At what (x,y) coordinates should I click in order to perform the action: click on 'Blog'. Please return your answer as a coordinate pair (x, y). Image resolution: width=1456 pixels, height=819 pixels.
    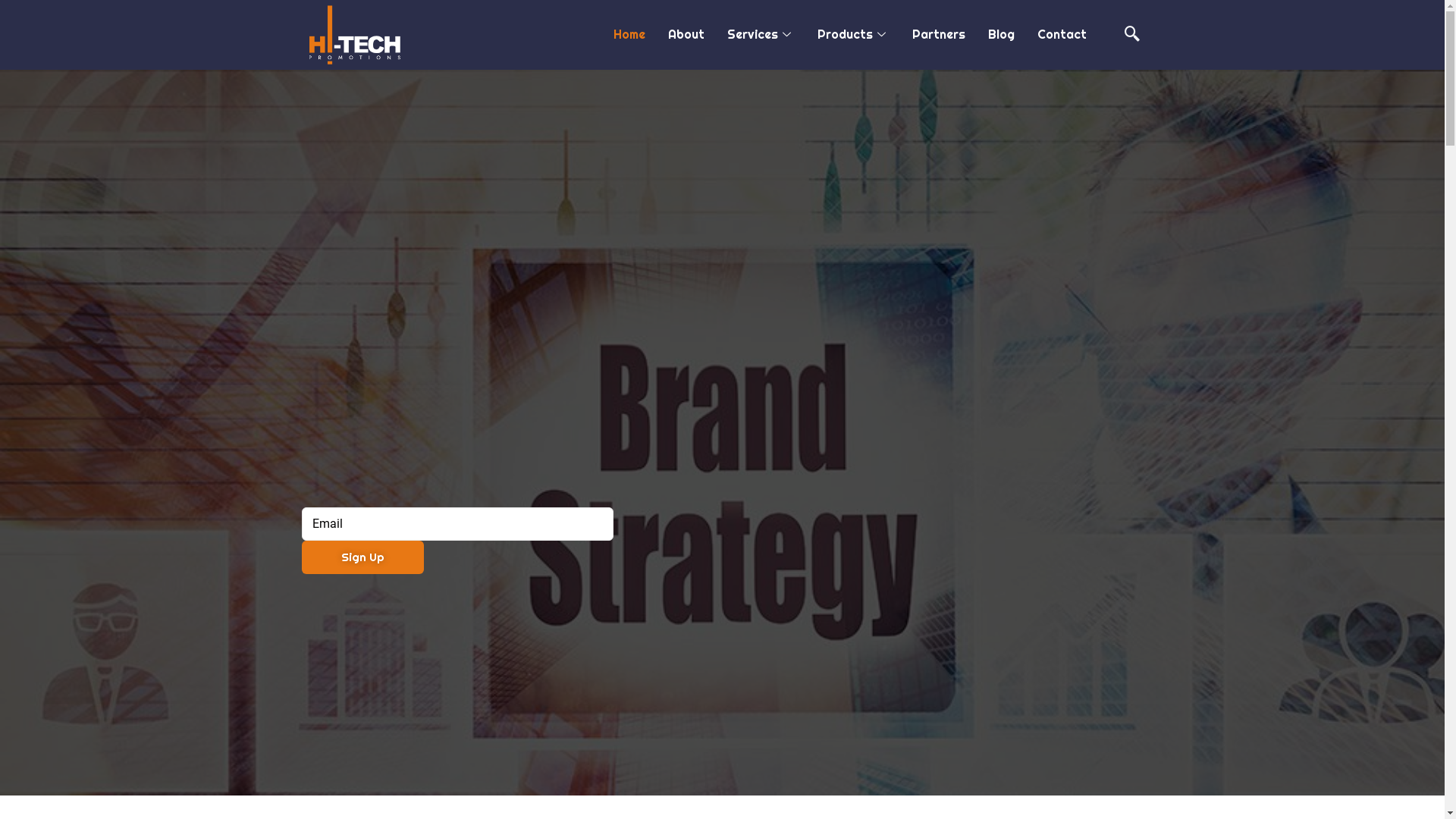
    Looking at the image, I should click on (976, 34).